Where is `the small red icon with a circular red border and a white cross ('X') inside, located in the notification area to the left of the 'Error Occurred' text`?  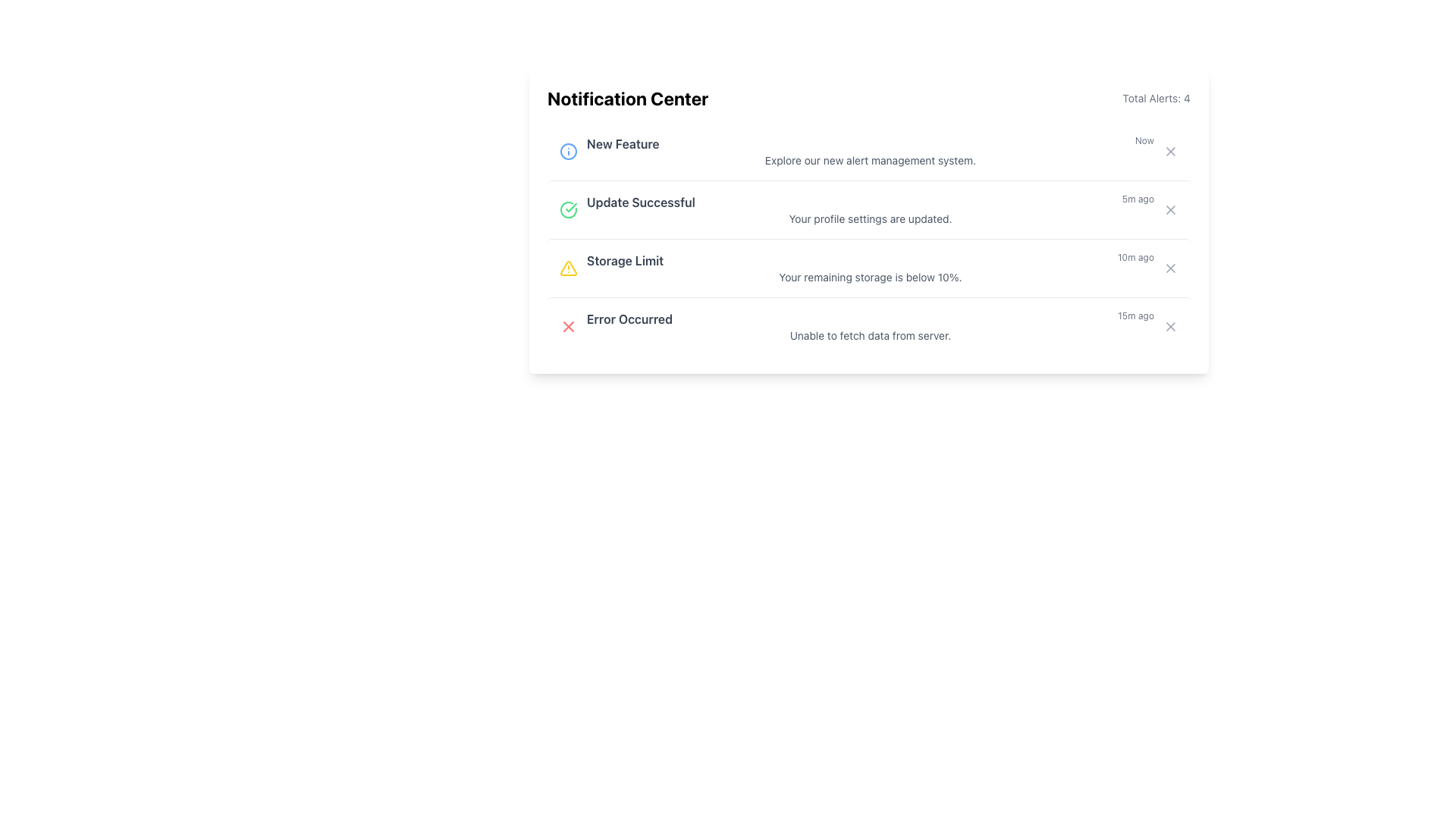
the small red icon with a circular red border and a white cross ('X') inside, located in the notification area to the left of the 'Error Occurred' text is located at coordinates (567, 326).